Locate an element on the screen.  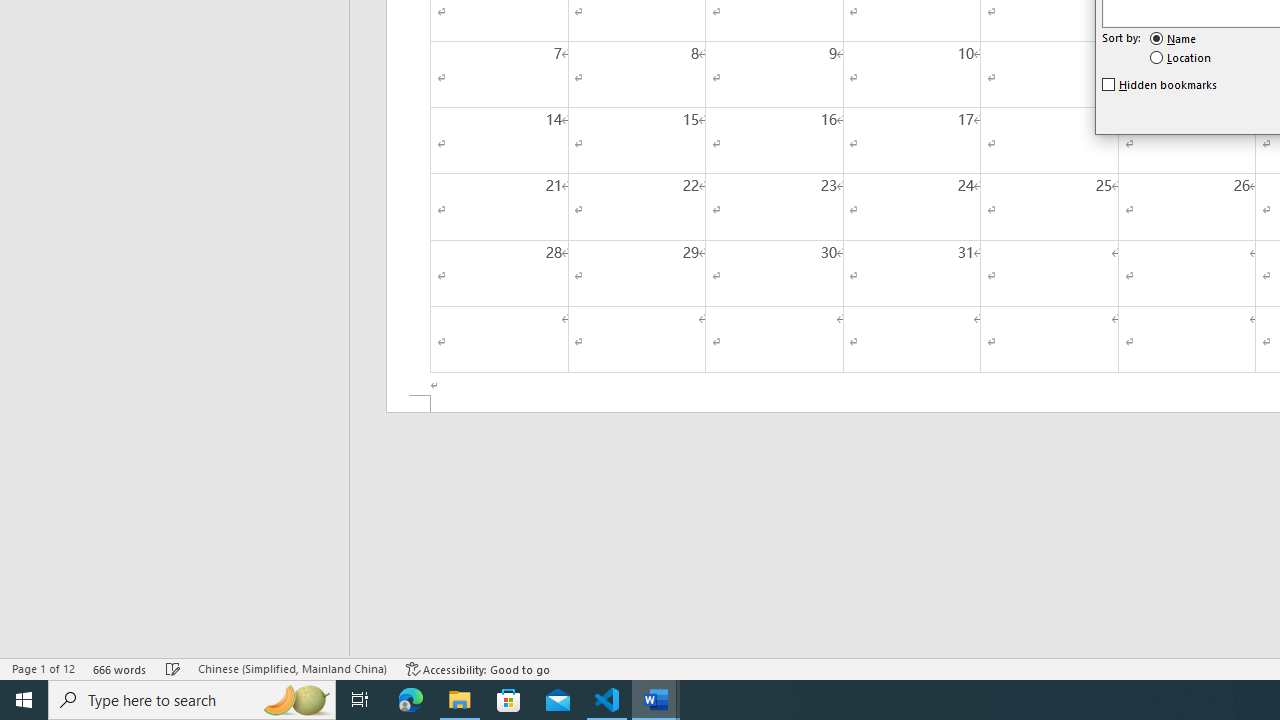
'Search highlights icon opens search home window' is located at coordinates (294, 698).